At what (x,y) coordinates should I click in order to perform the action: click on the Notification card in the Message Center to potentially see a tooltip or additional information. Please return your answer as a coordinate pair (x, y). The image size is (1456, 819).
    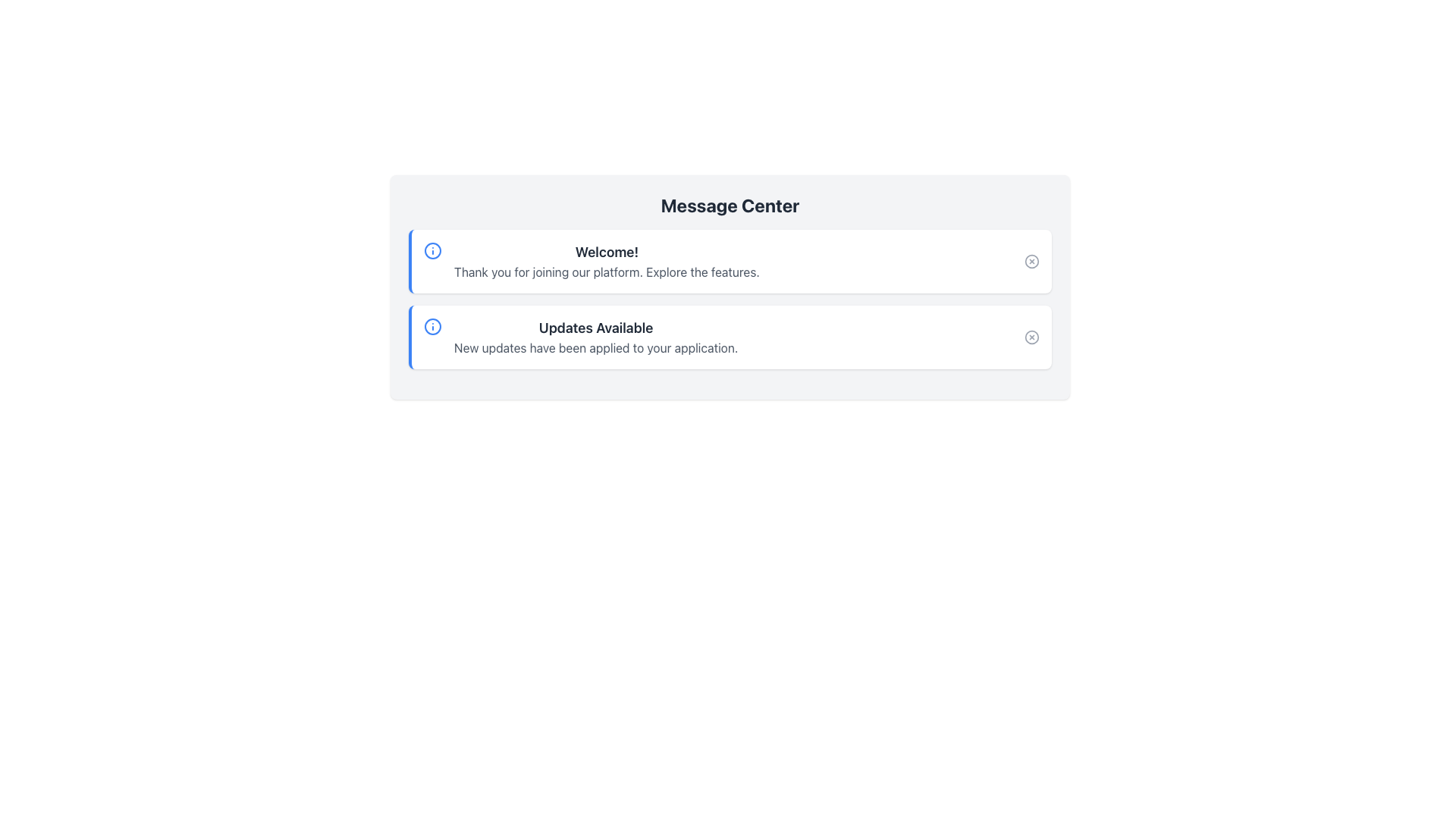
    Looking at the image, I should click on (730, 336).